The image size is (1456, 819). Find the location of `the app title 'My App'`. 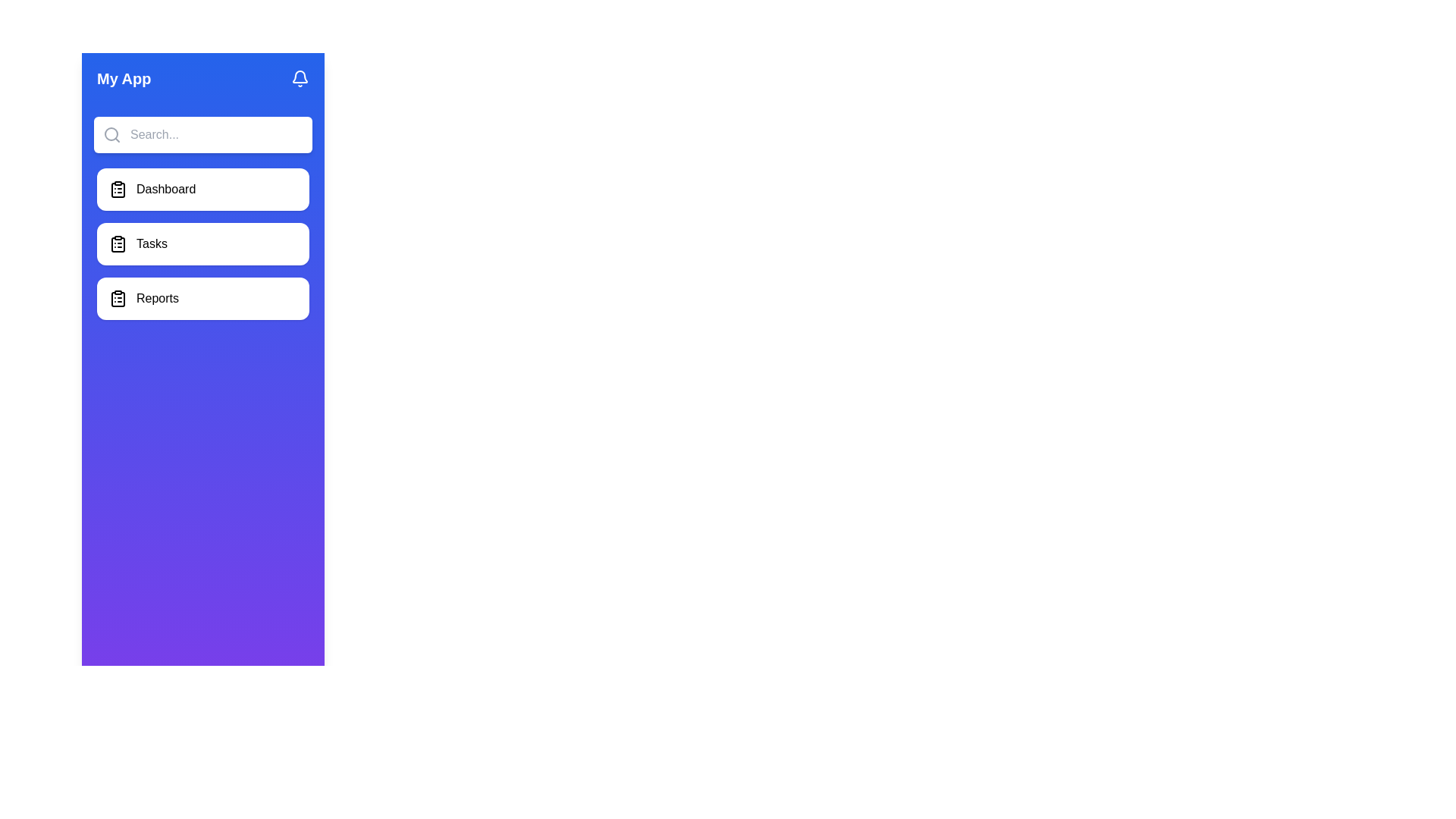

the app title 'My App' is located at coordinates (124, 79).